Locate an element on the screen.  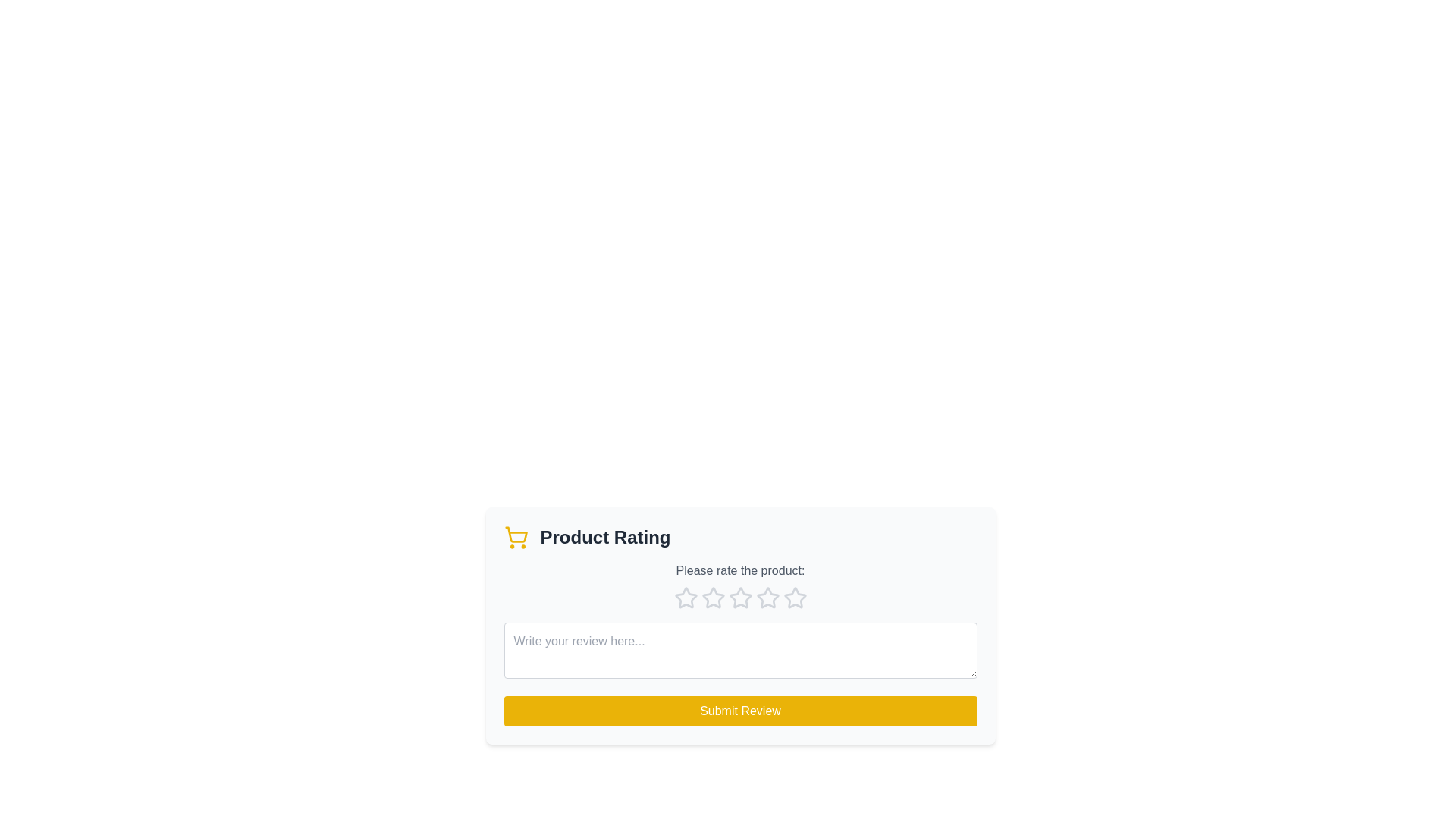
the yellow shopping cart icon located in the top-left corner of the 'Product Rating' section, directly preceding the text label 'Product Rating.' is located at coordinates (516, 537).